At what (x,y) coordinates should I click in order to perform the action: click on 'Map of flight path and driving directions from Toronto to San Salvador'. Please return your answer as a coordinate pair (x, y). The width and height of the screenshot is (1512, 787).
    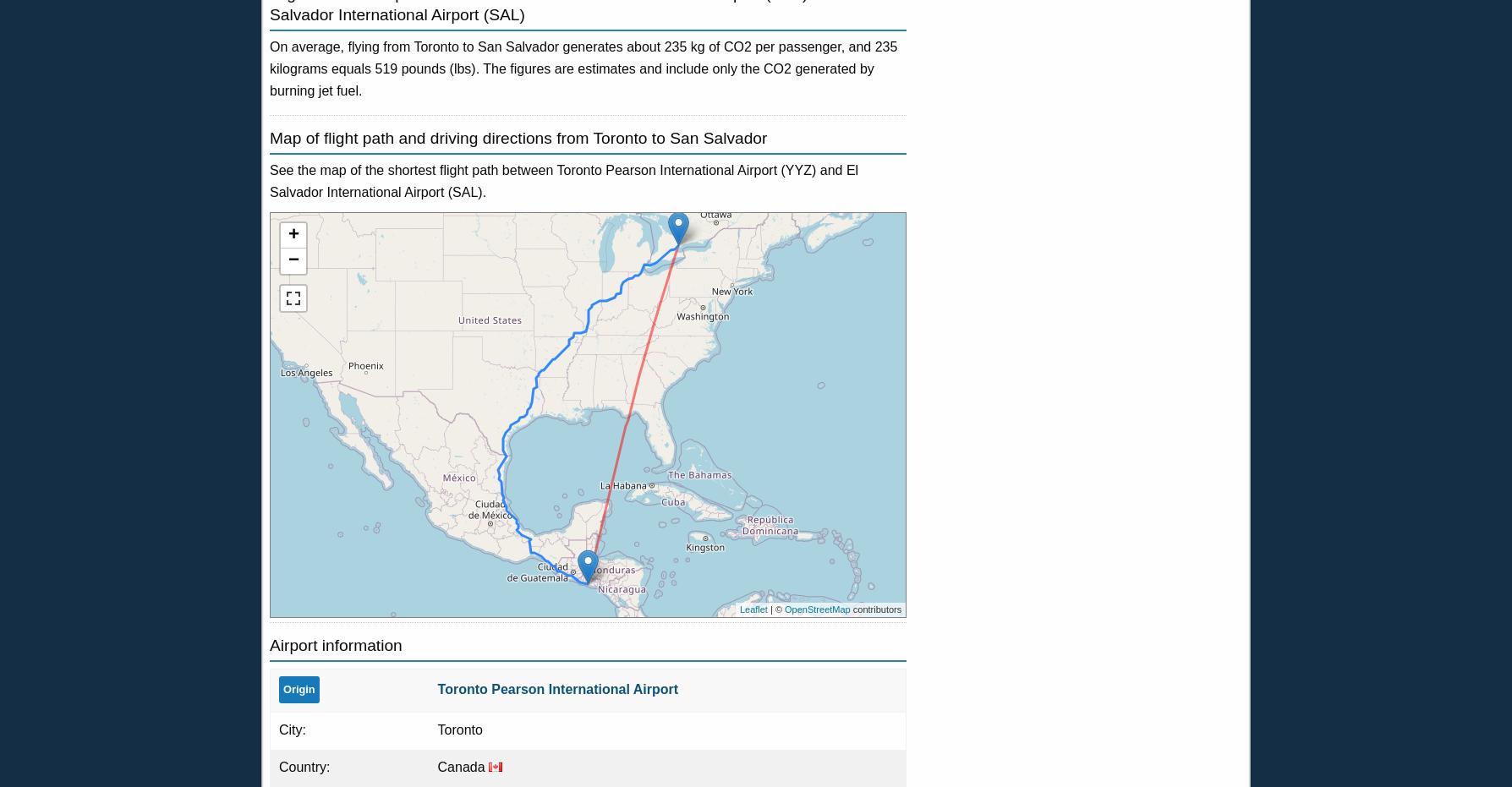
    Looking at the image, I should click on (518, 137).